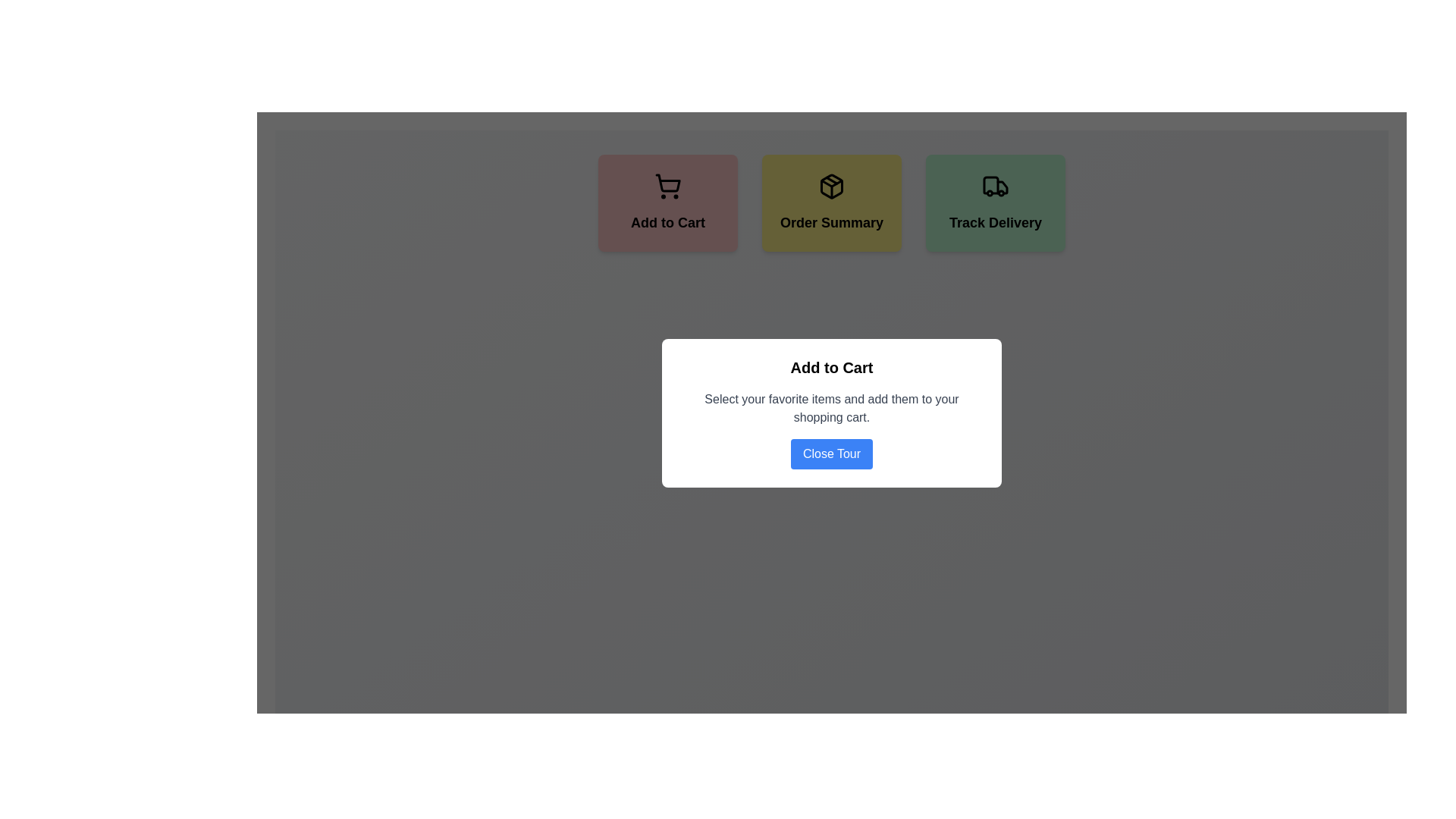 The height and width of the screenshot is (819, 1456). Describe the element at coordinates (996, 222) in the screenshot. I see `the 'Track Delivery' text label, which is styled prominently with bold, large black text against a green background, indicating an interactive section` at that location.